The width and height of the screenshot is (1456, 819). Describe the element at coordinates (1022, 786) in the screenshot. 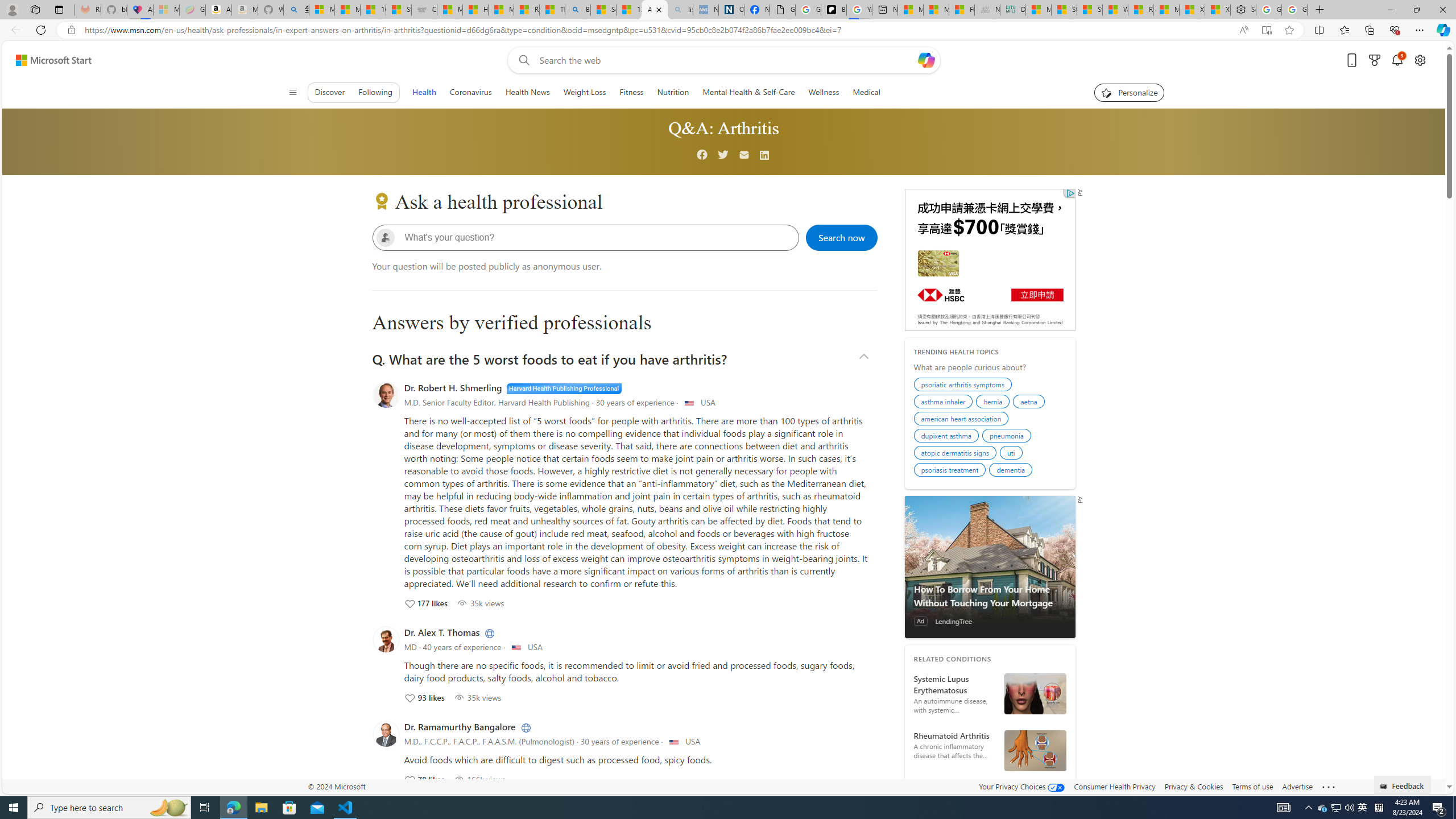

I see `'Your Privacy Choices'` at that location.